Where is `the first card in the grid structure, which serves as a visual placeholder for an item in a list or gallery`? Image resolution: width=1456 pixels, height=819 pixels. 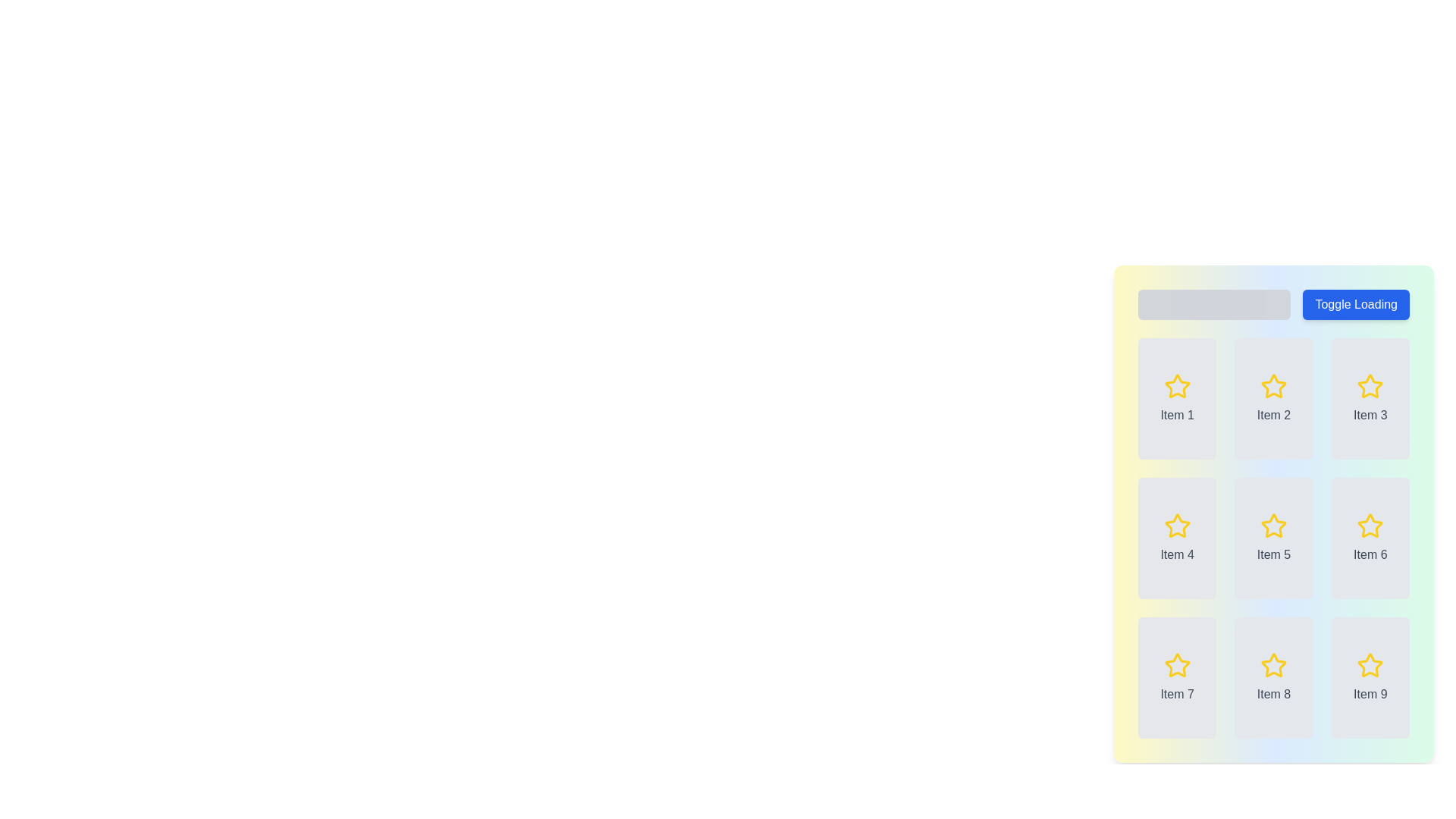
the first card in the grid structure, which serves as a visual placeholder for an item in a list or gallery is located at coordinates (1176, 397).